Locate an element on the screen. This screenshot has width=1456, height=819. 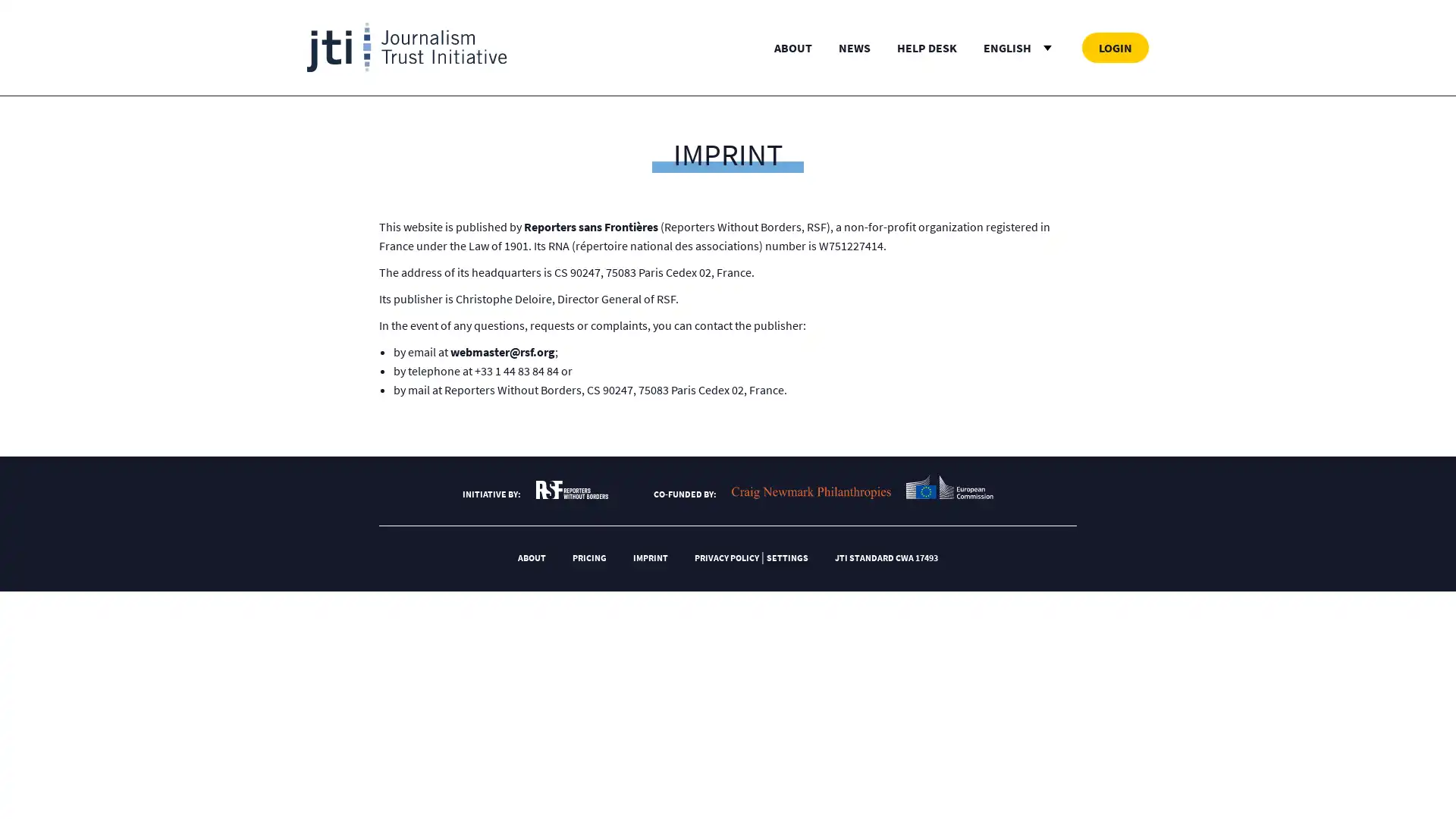
Accept All is located at coordinates (877, 496).